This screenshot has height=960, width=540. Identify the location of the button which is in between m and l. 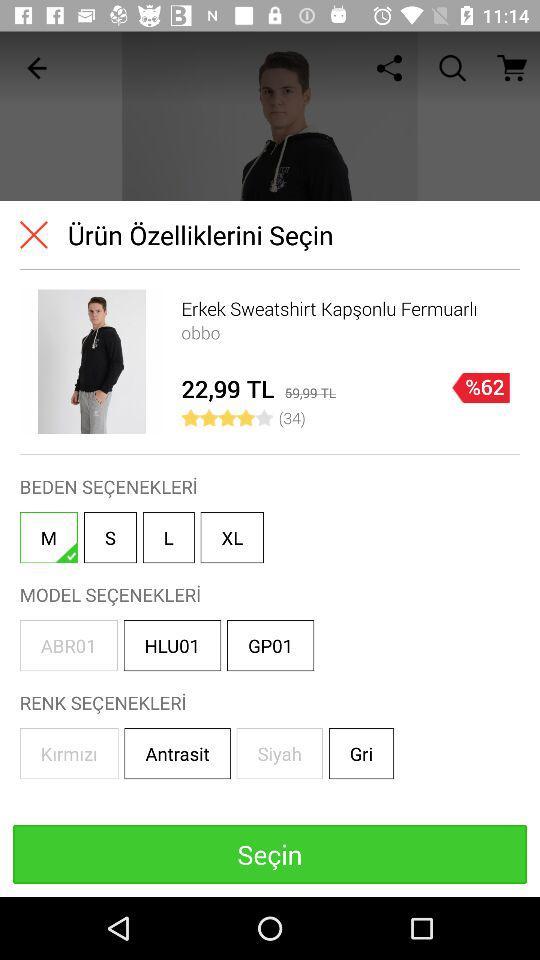
(110, 536).